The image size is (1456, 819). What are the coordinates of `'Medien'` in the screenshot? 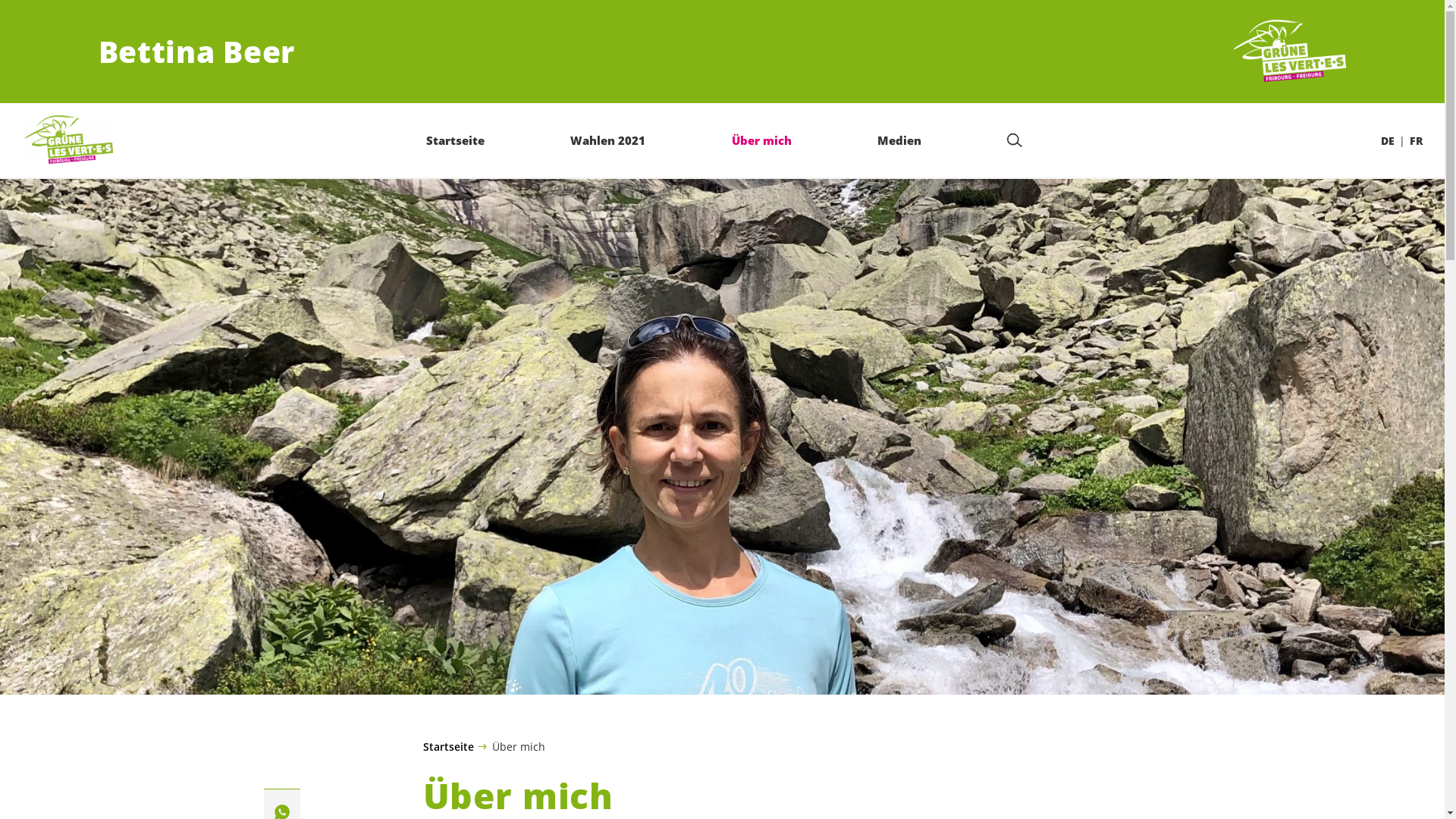 It's located at (899, 140).